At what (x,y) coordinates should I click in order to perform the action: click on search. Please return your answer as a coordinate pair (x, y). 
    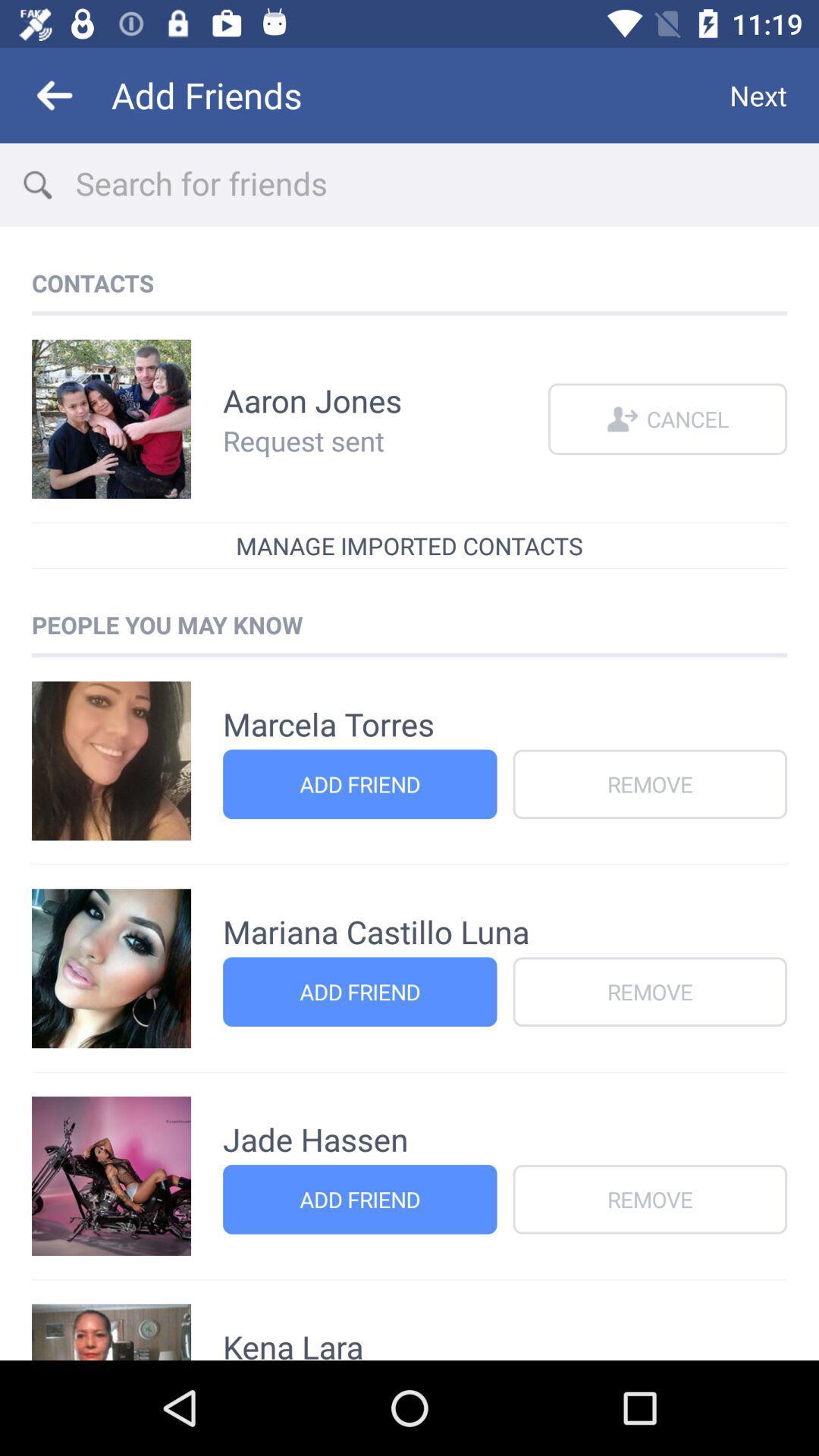
    Looking at the image, I should click on (446, 184).